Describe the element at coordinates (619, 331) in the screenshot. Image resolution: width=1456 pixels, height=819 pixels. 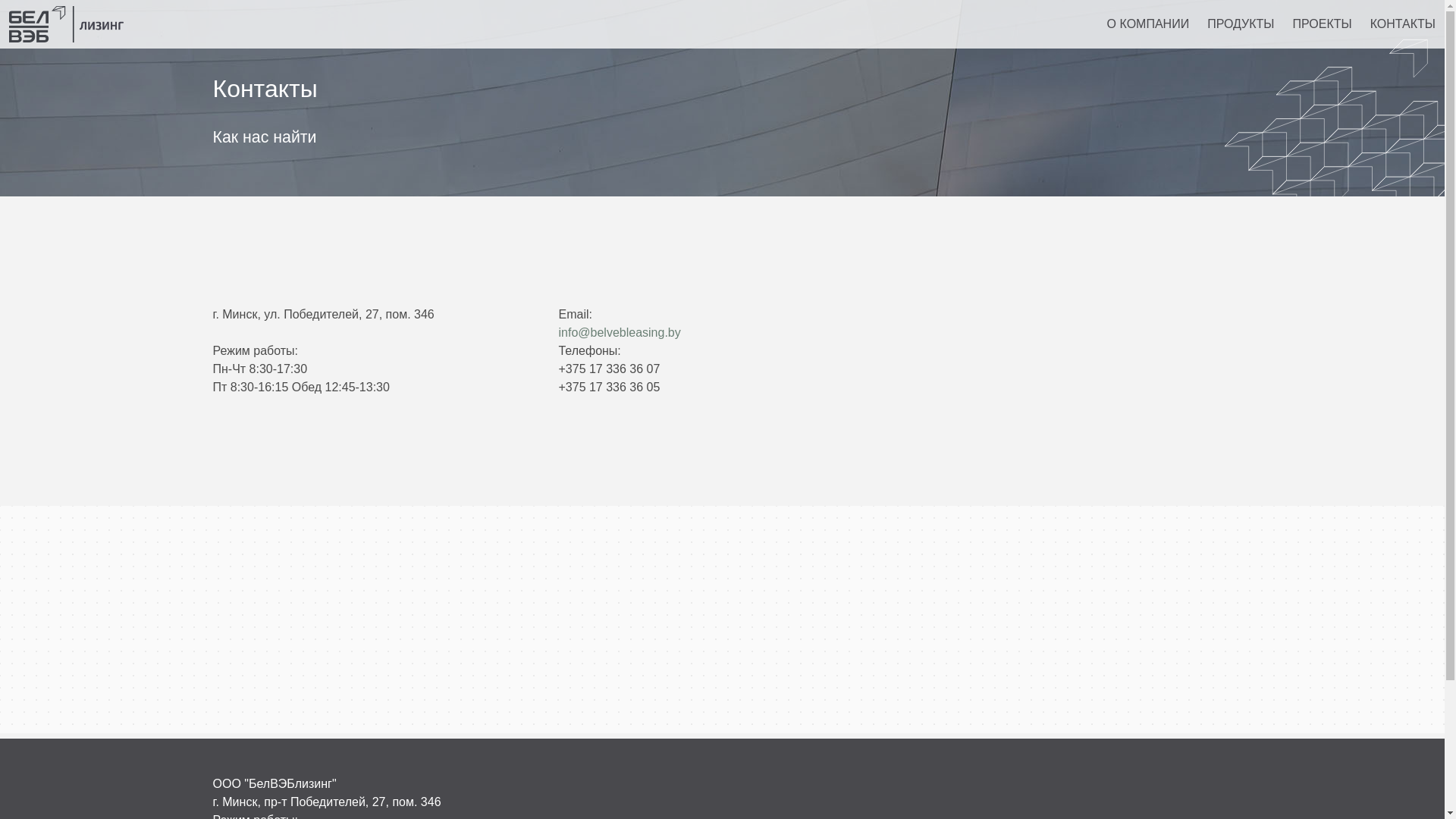
I see `'info@belvebleasing.by'` at that location.